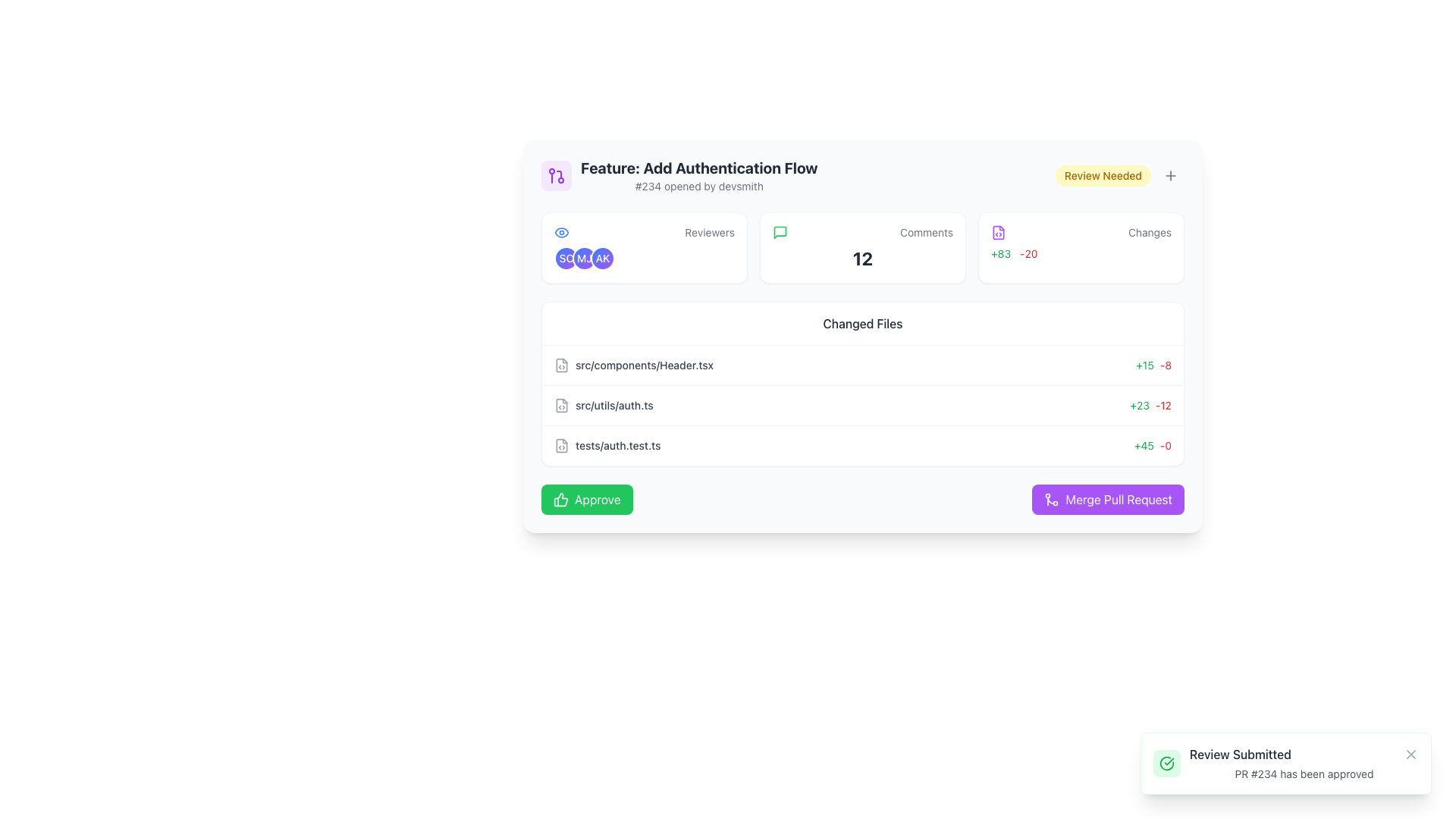 The height and width of the screenshot is (819, 1456). I want to click on the informational box titled 'Changed Files' that contains a list of file paths and changes, styled with rounded edges and a subtle shadow effect, so click(862, 383).